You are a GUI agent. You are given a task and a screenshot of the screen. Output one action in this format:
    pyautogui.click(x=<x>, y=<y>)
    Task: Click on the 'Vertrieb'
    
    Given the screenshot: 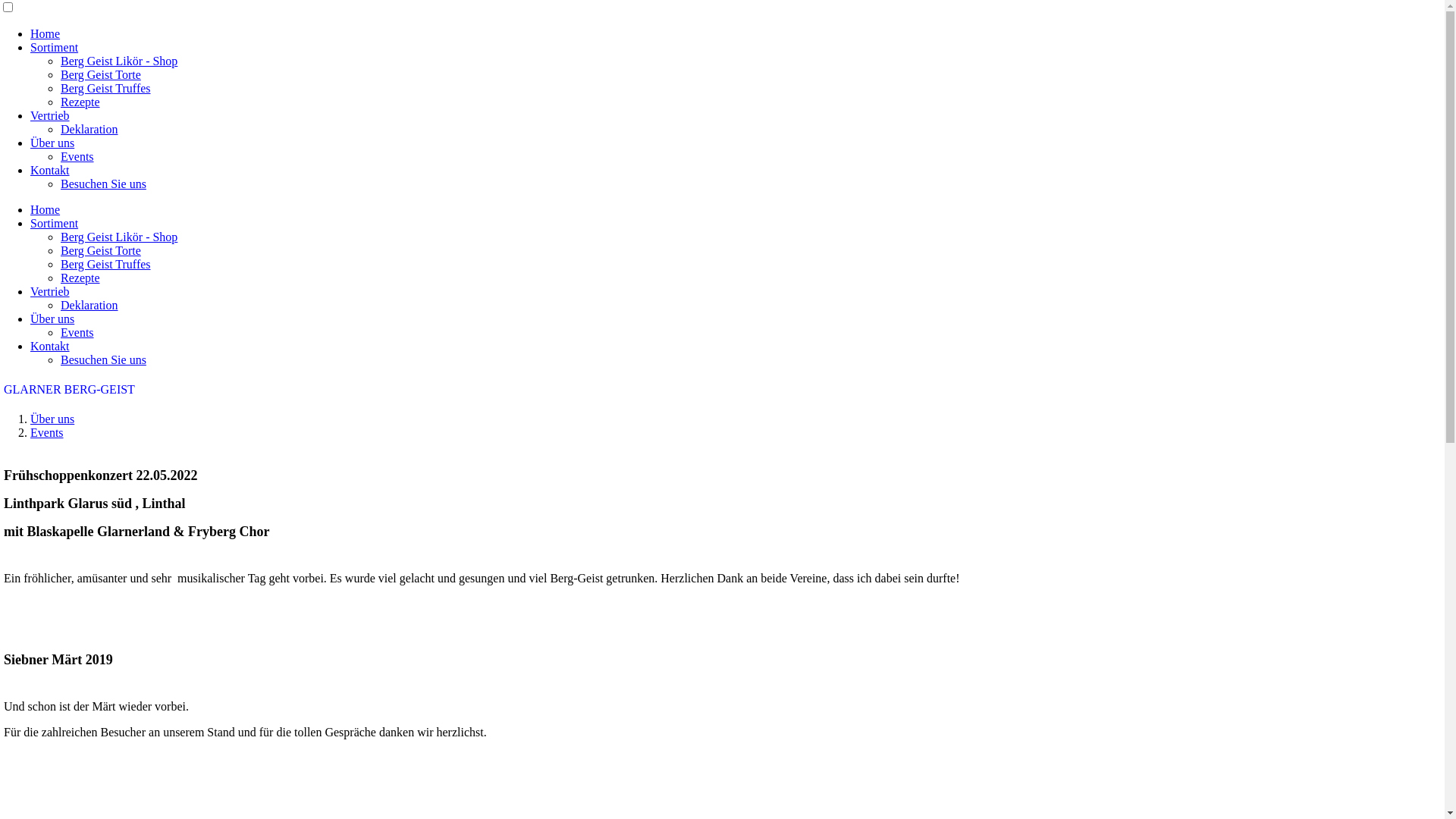 What is the action you would take?
    pyautogui.click(x=30, y=115)
    